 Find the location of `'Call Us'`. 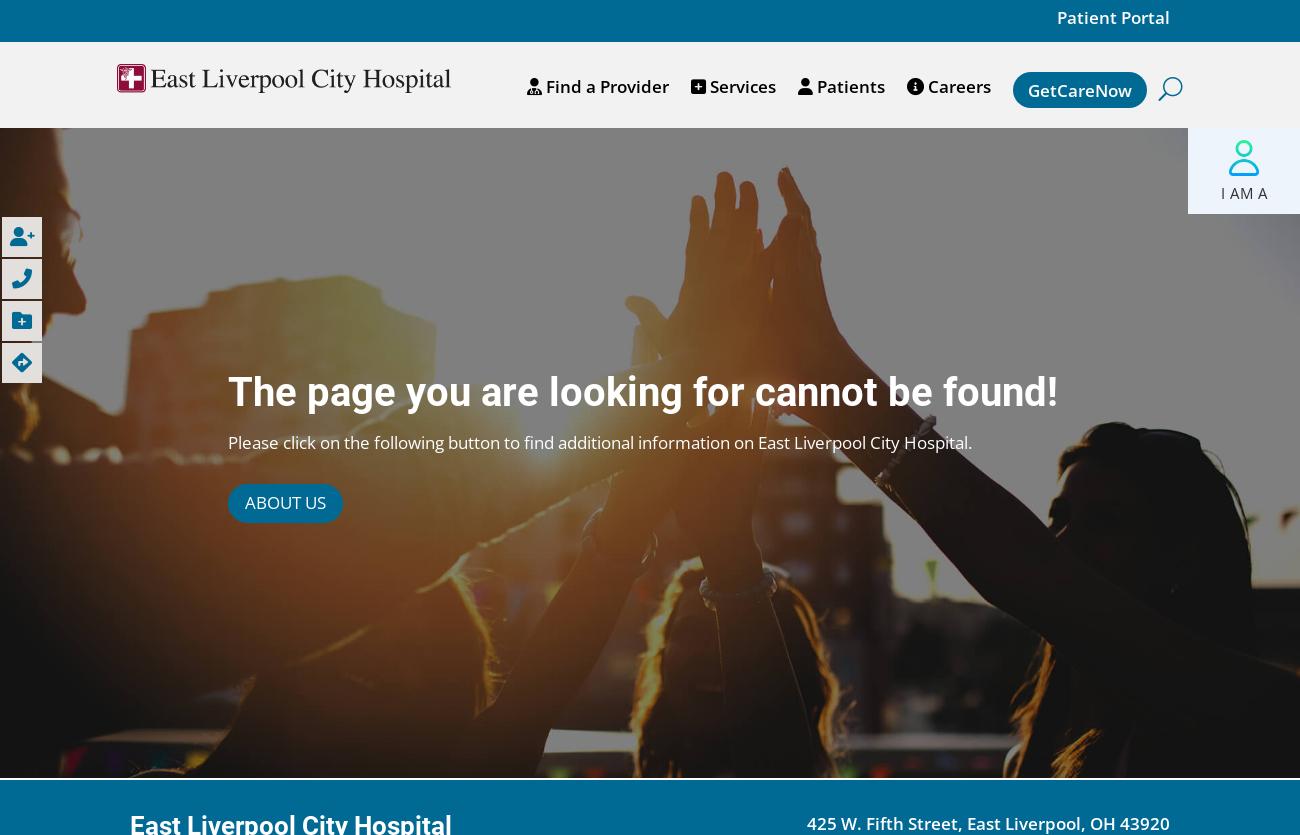

'Call Us' is located at coordinates (97, 277).